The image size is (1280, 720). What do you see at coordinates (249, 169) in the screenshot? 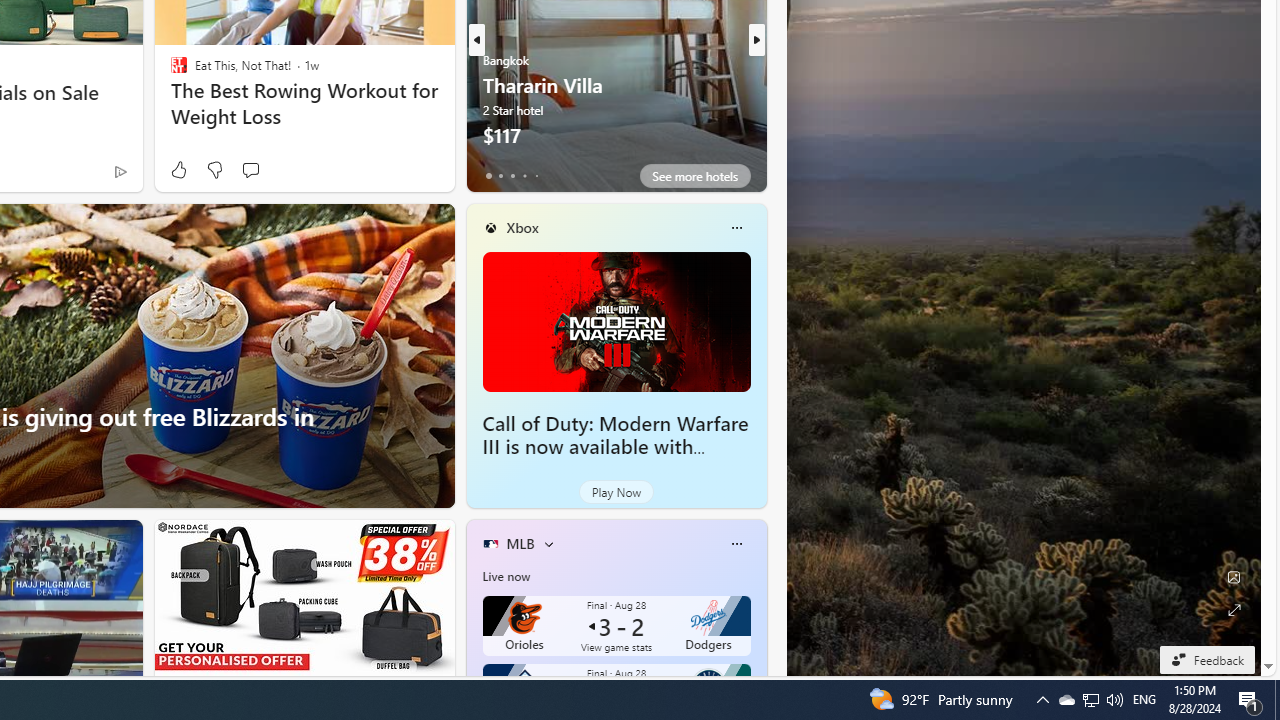
I see `'Start the conversation'` at bounding box center [249, 169].